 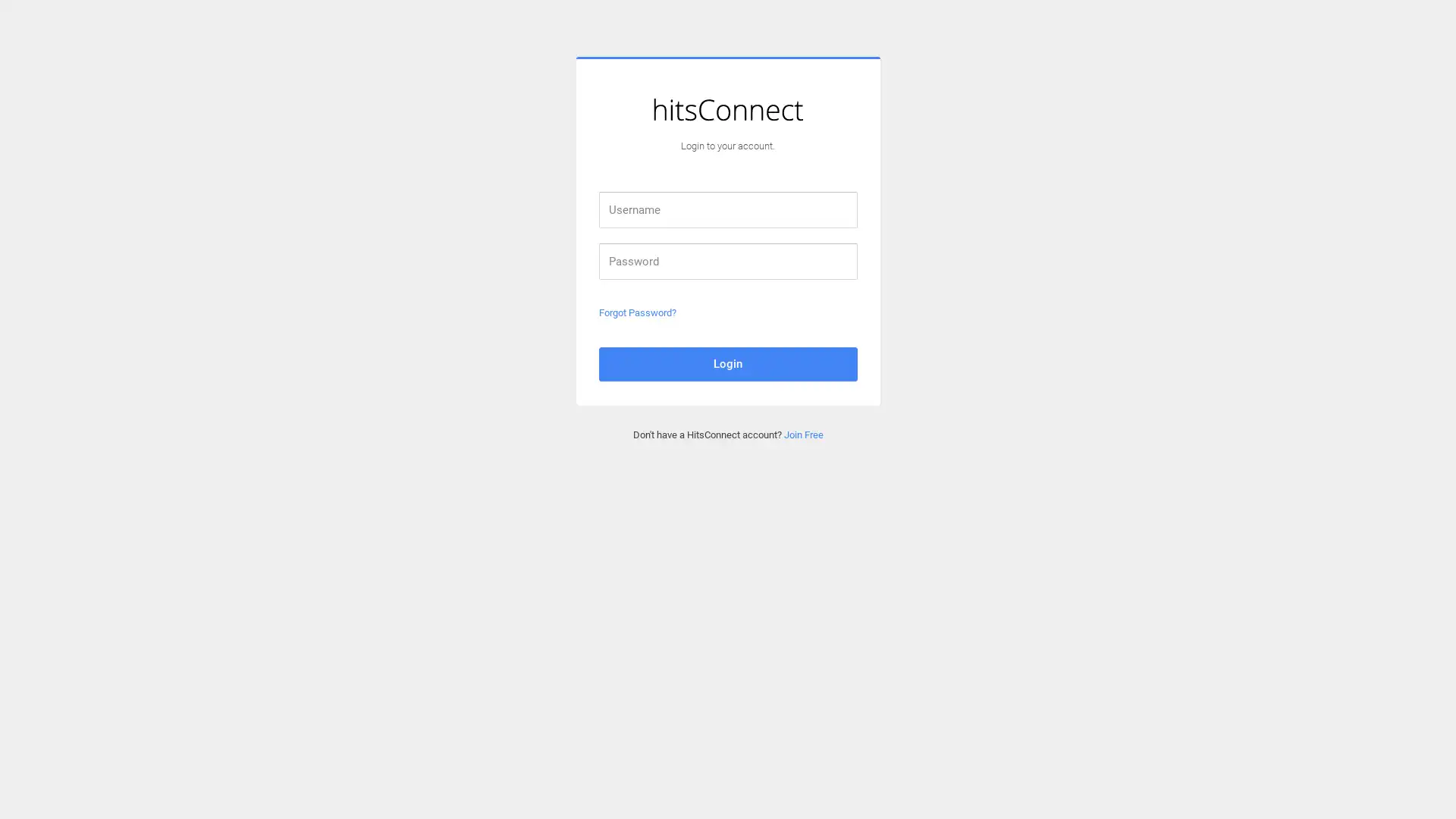 I want to click on Login, so click(x=726, y=363).